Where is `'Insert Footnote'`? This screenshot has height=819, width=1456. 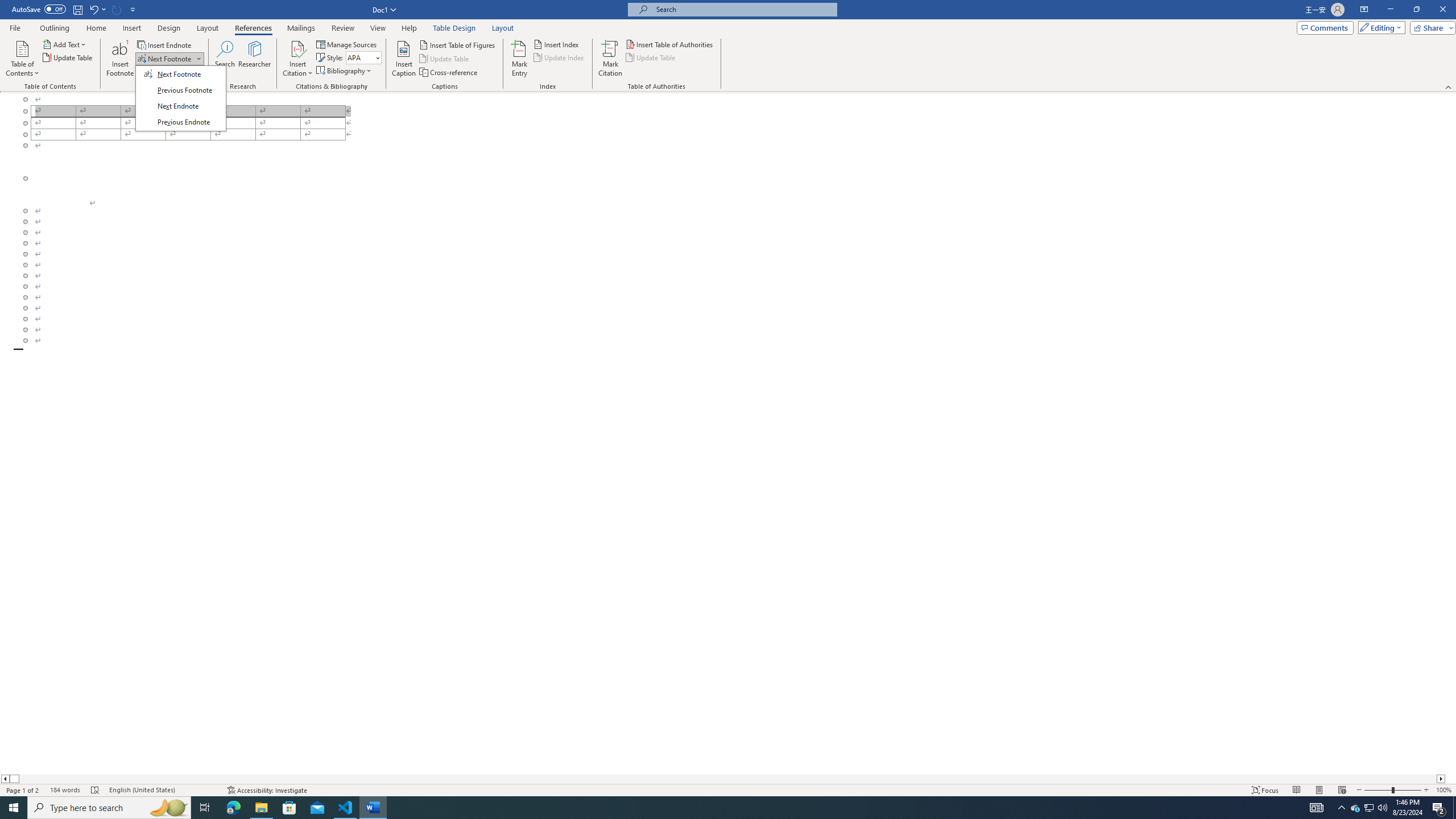 'Insert Footnote' is located at coordinates (120, 59).